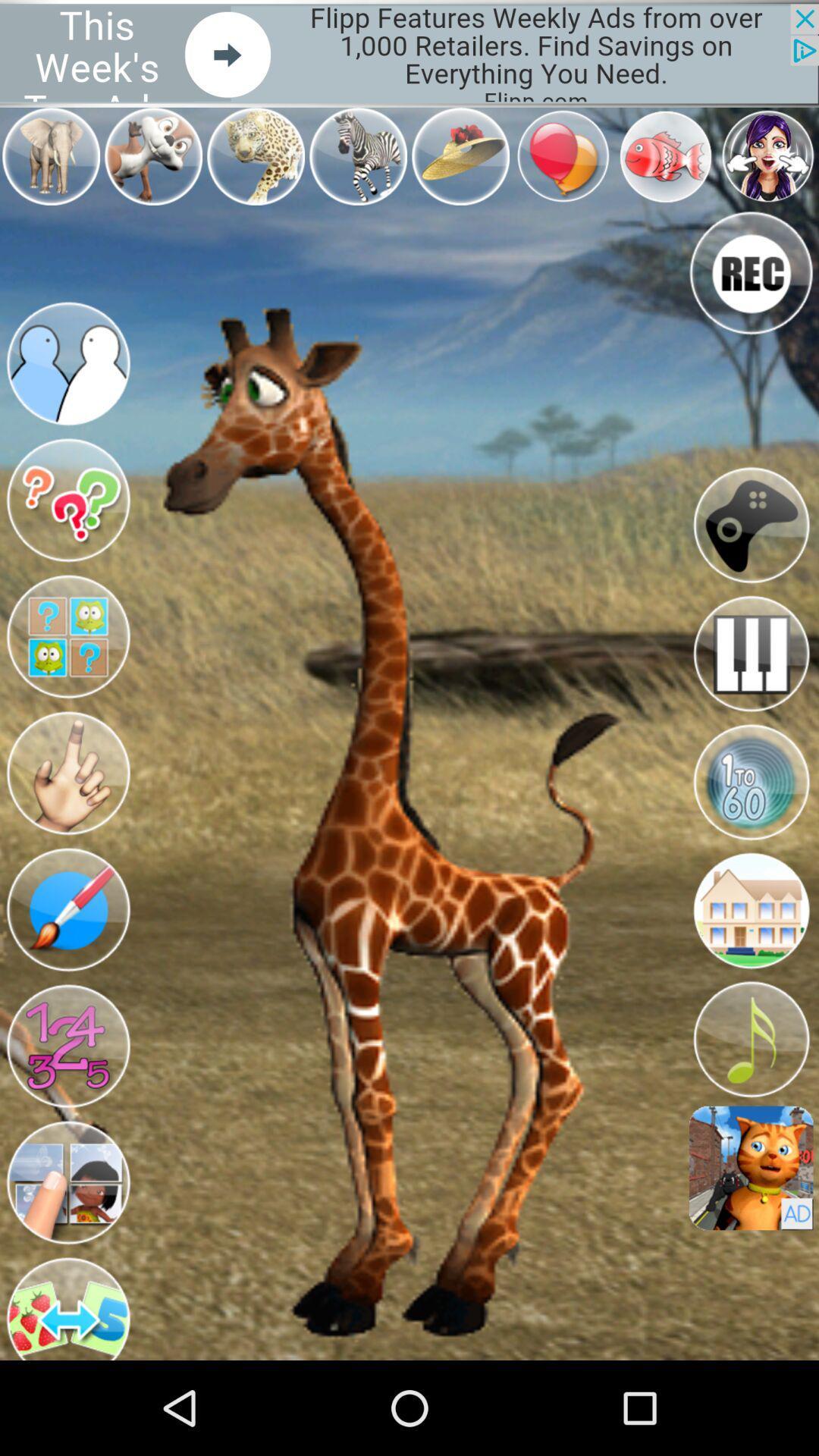 Image resolution: width=819 pixels, height=1456 pixels. I want to click on the location_crosshair icon, so click(751, 561).